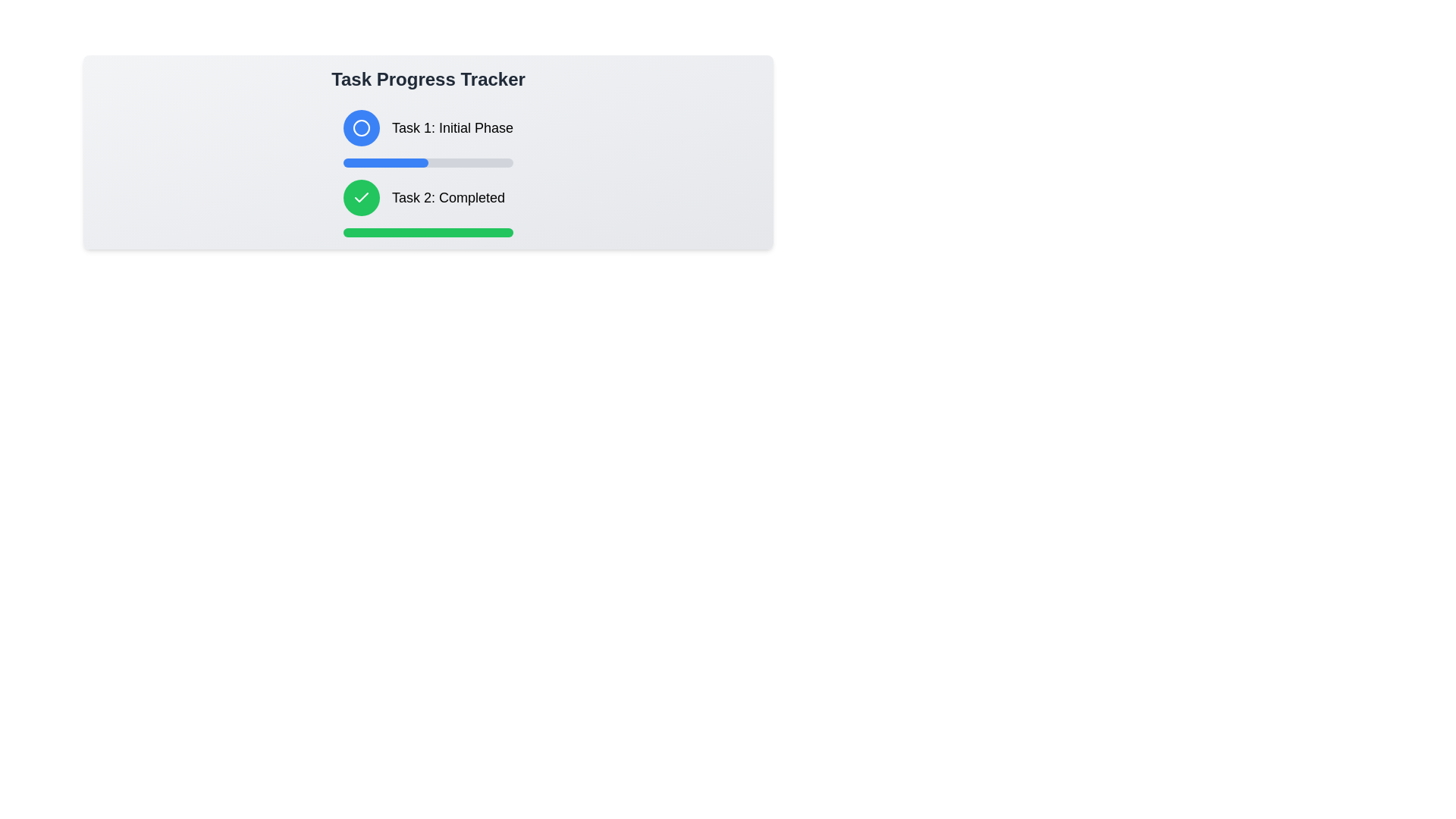 Image resolution: width=1456 pixels, height=819 pixels. I want to click on the Task item label which consists of a circular blue icon and the text 'Task 1: Initial Phase', positioned below the 'Task Progress Tracker', so click(428, 127).